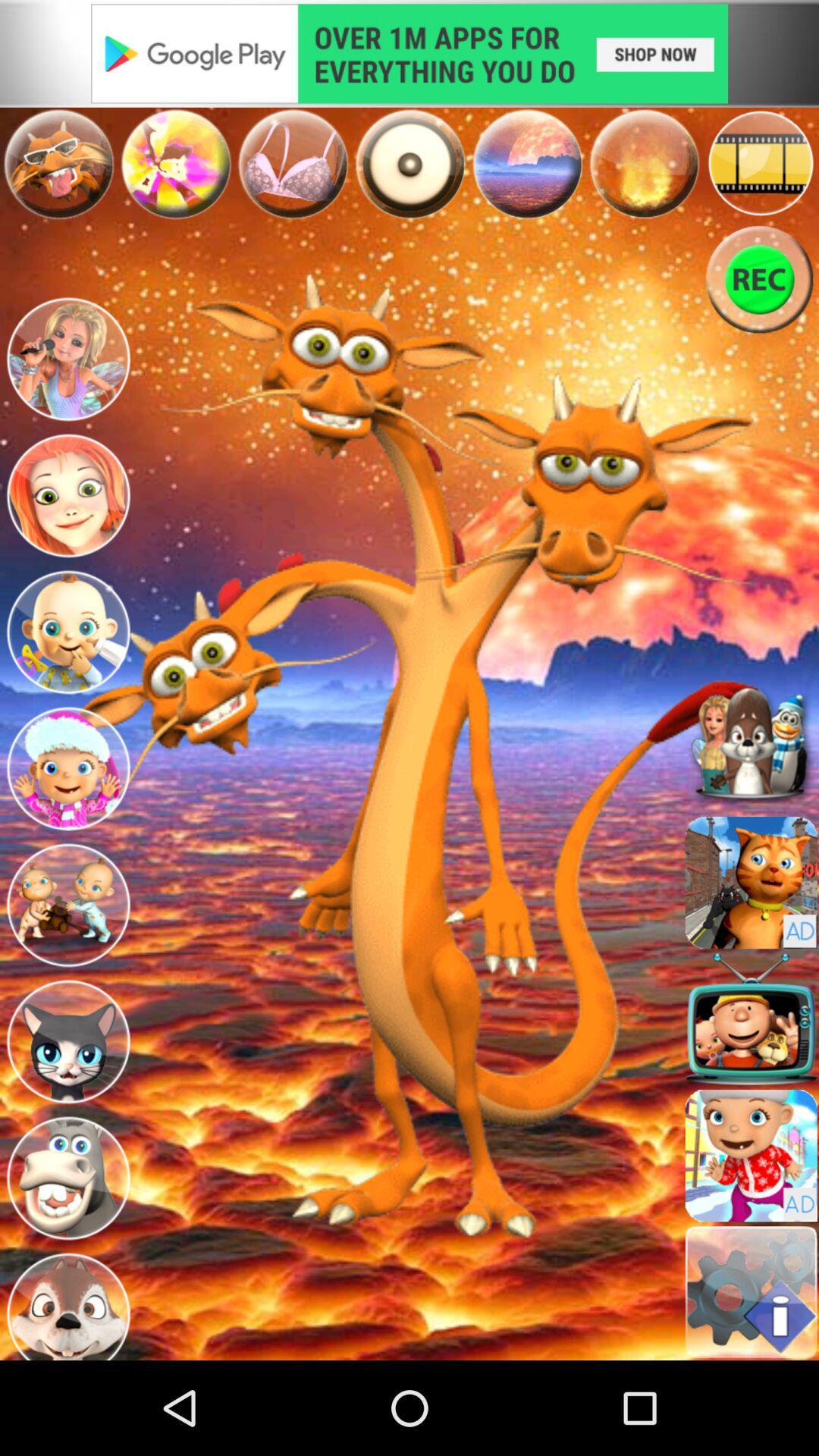  I want to click on make a gong sound, so click(409, 164).